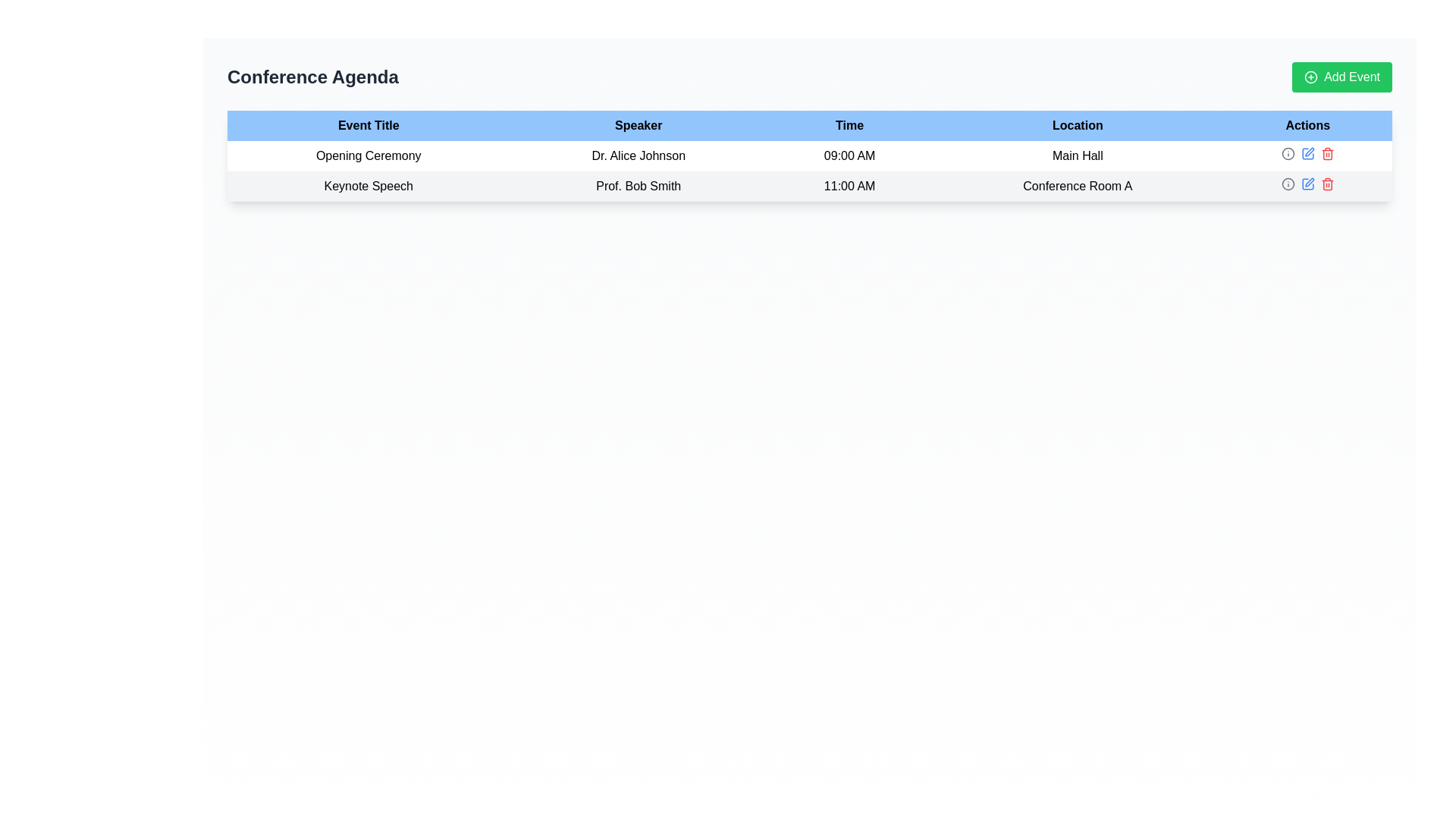  What do you see at coordinates (809, 171) in the screenshot?
I see `the first row of the tabular data layout, which contains event information` at bounding box center [809, 171].